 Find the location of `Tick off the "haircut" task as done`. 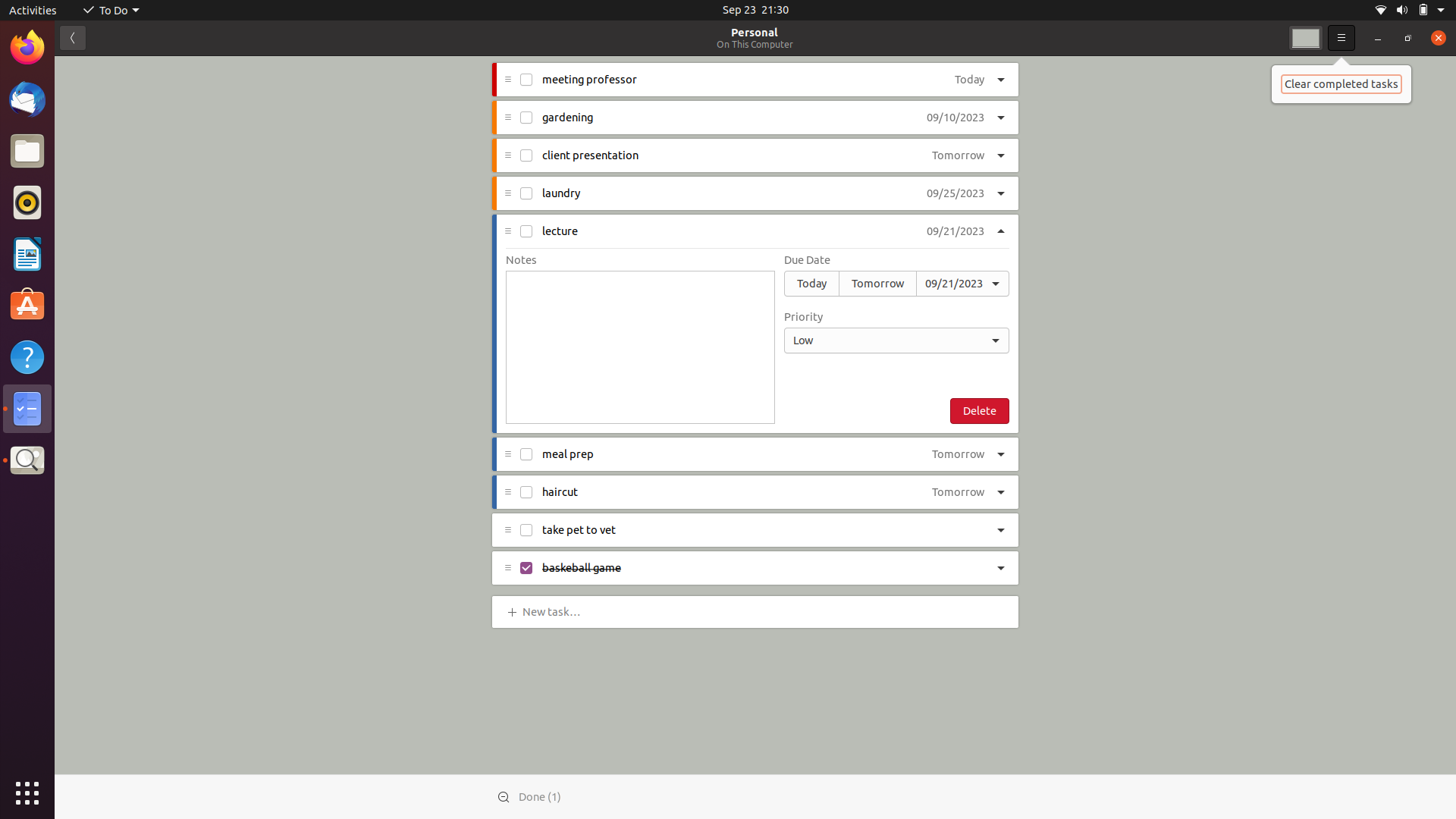

Tick off the "haircut" task as done is located at coordinates (525, 491).